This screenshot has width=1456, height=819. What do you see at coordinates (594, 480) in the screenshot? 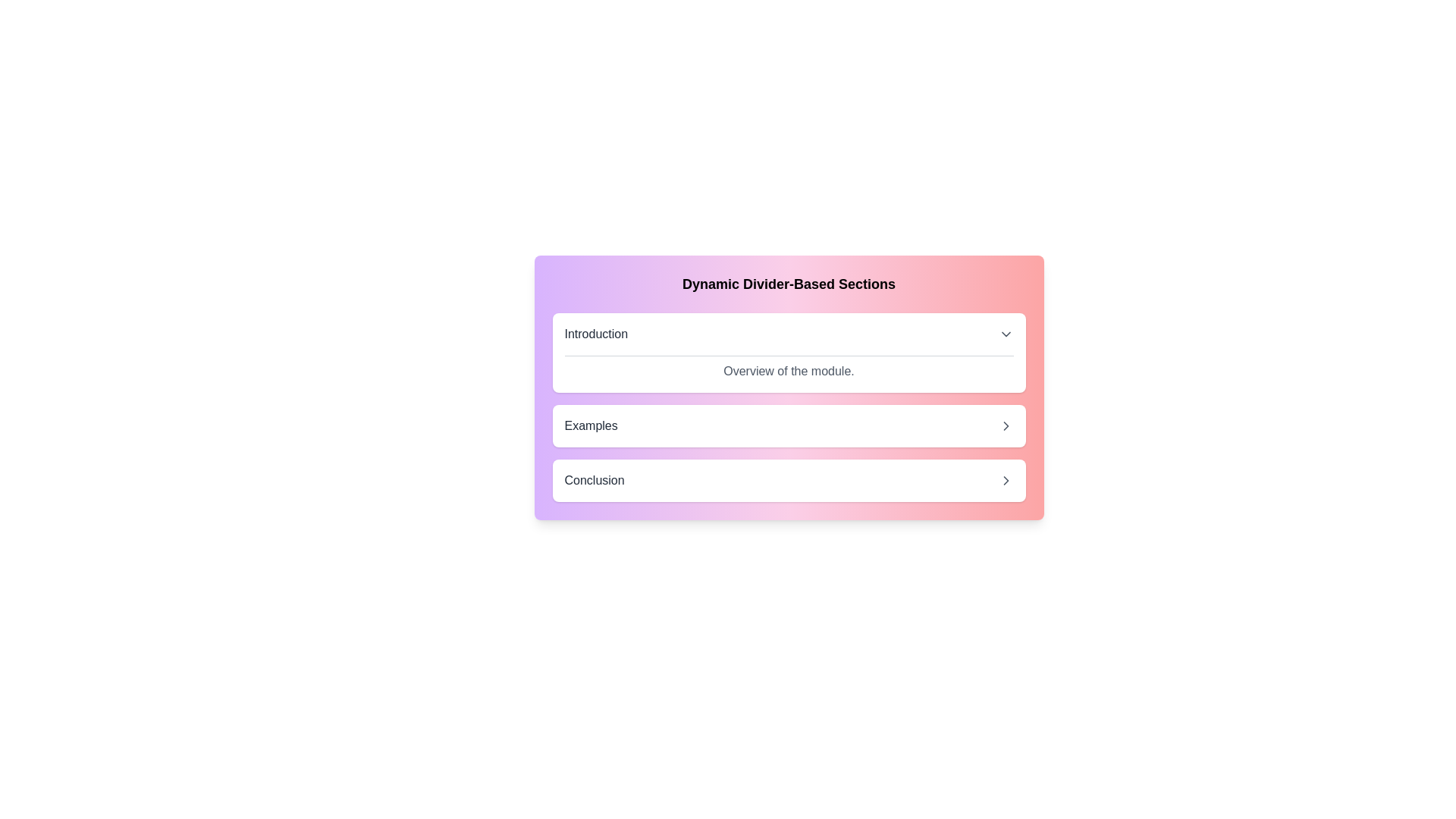
I see `the 'Conclusion' text label, which is the last entry under the 'Dynamic Divider-Based Sections' header, positioned below the 'Examples' section` at bounding box center [594, 480].